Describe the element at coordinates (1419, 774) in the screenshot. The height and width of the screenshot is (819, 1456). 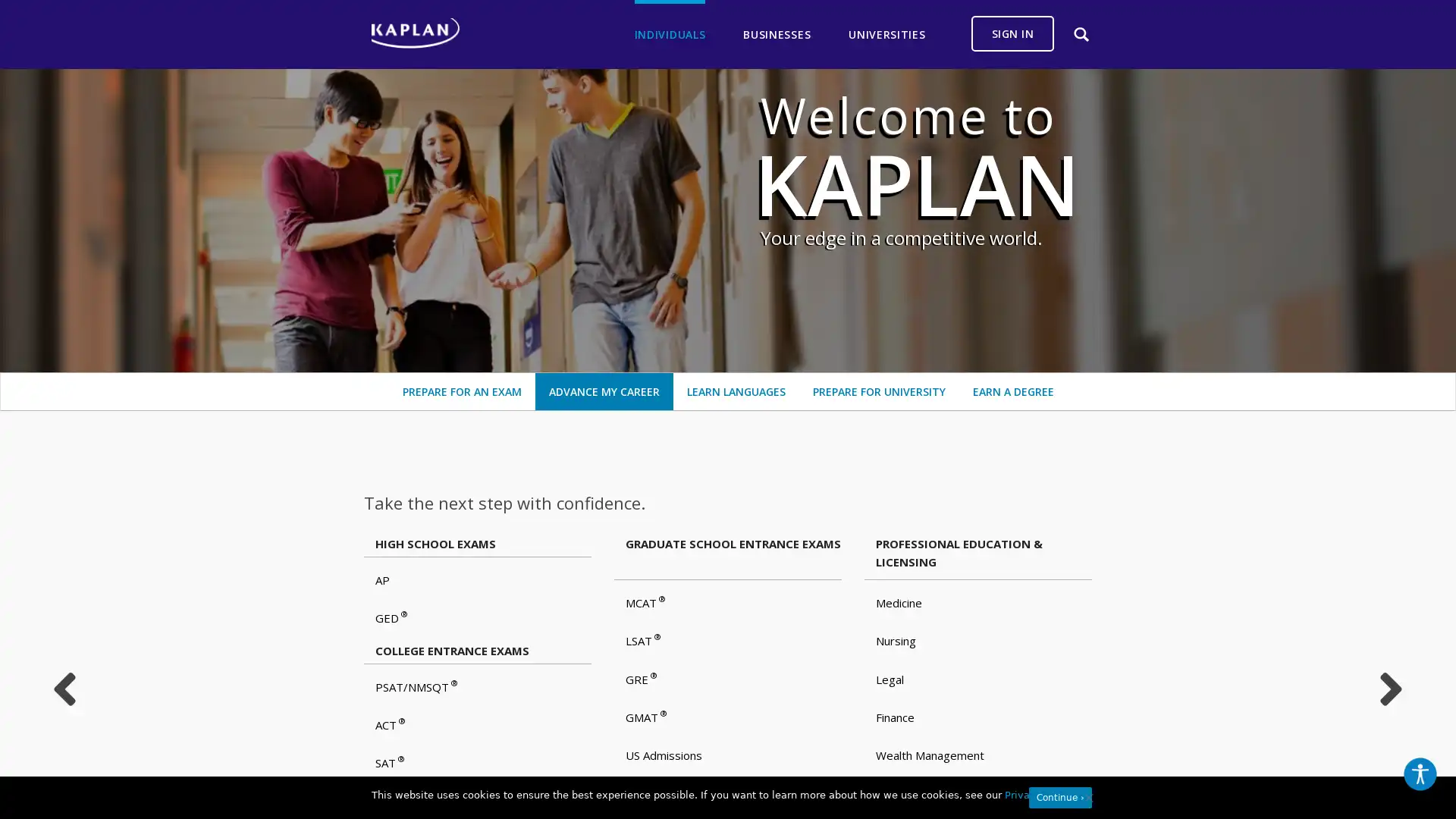
I see `Accessibility Helper sidebar` at that location.